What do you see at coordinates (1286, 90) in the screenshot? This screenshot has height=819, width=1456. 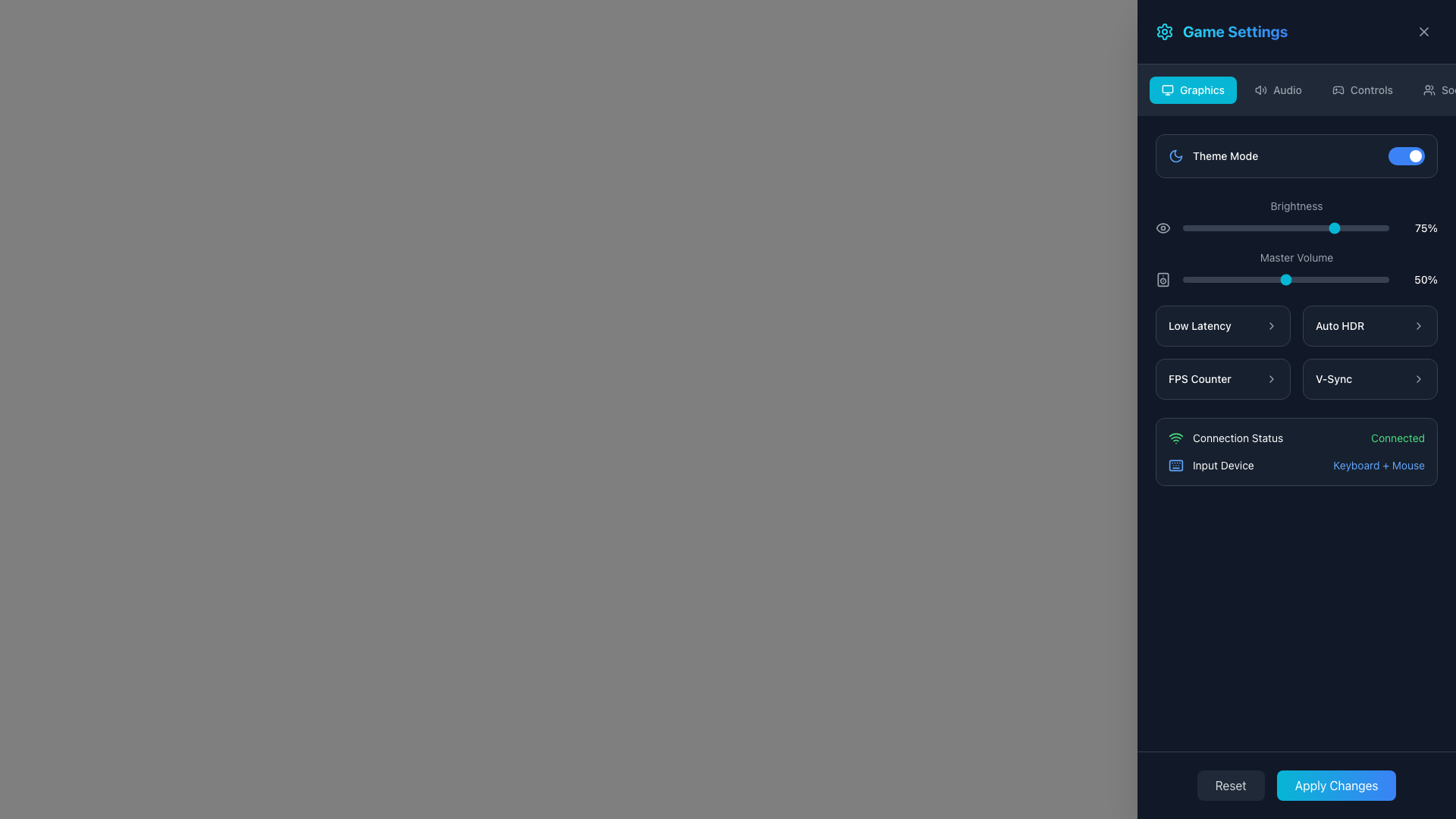 I see `the 'Audio' text label located in the navigation bar, which indicates audio settings in the application interface` at bounding box center [1286, 90].